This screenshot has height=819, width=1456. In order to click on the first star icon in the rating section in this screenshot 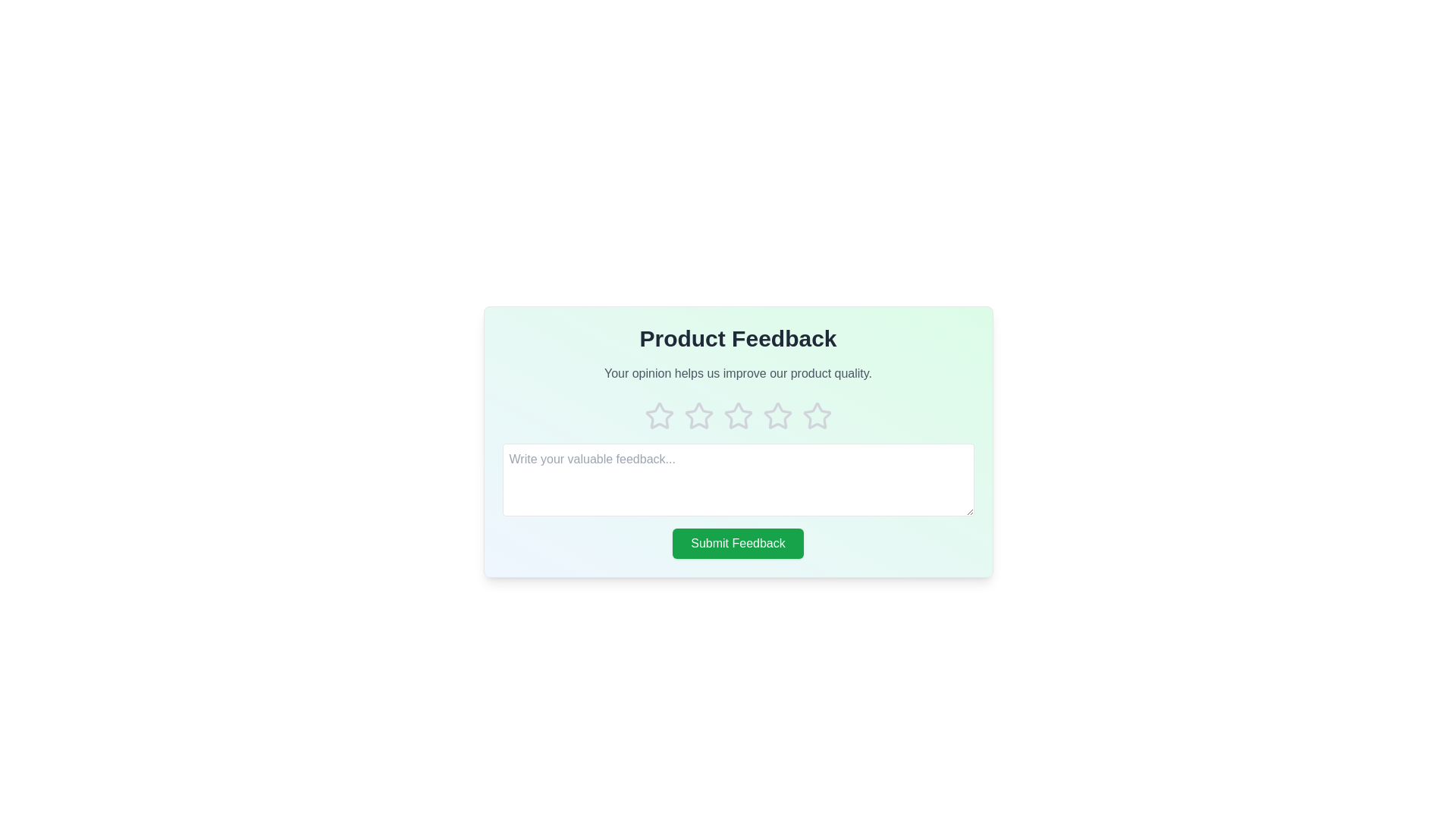, I will do `click(659, 416)`.